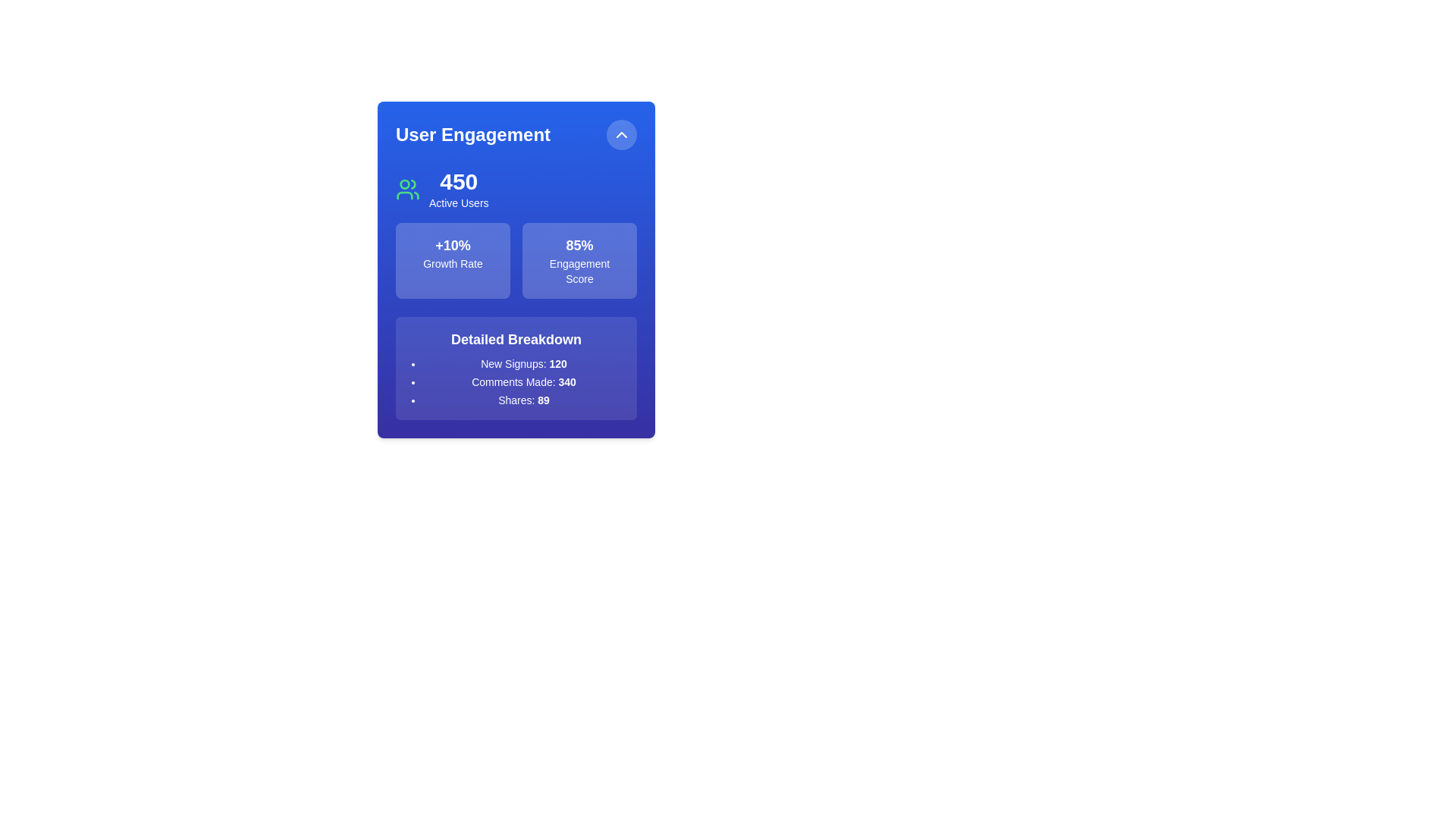 The image size is (1456, 819). What do you see at coordinates (407, 189) in the screenshot?
I see `the user icon represented by a green circular outline located next to the text '450 Active Users' for visual reference` at bounding box center [407, 189].